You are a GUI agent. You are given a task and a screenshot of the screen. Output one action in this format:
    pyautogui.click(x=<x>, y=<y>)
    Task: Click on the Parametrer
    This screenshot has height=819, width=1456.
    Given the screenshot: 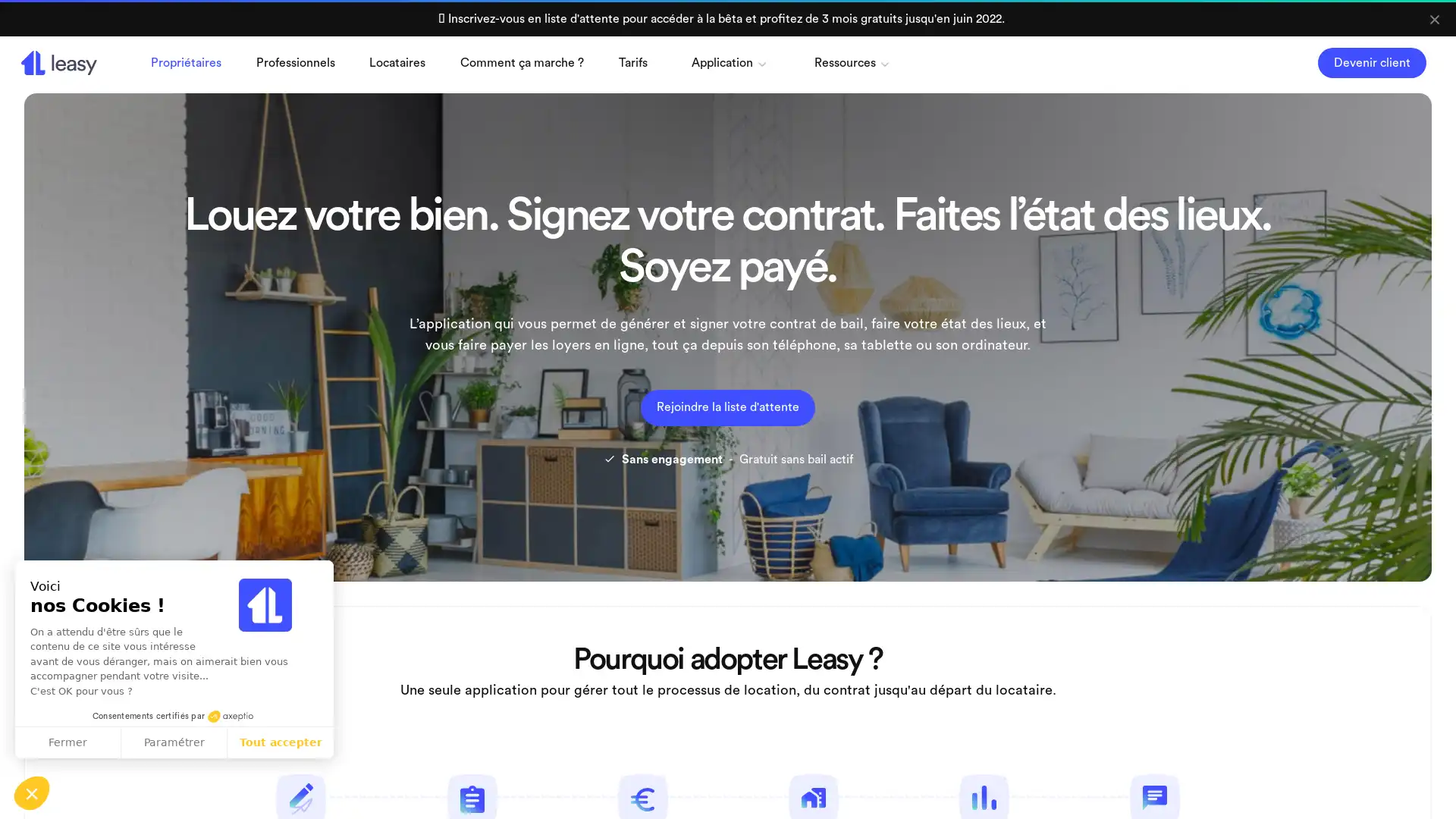 What is the action you would take?
    pyautogui.click(x=174, y=742)
    